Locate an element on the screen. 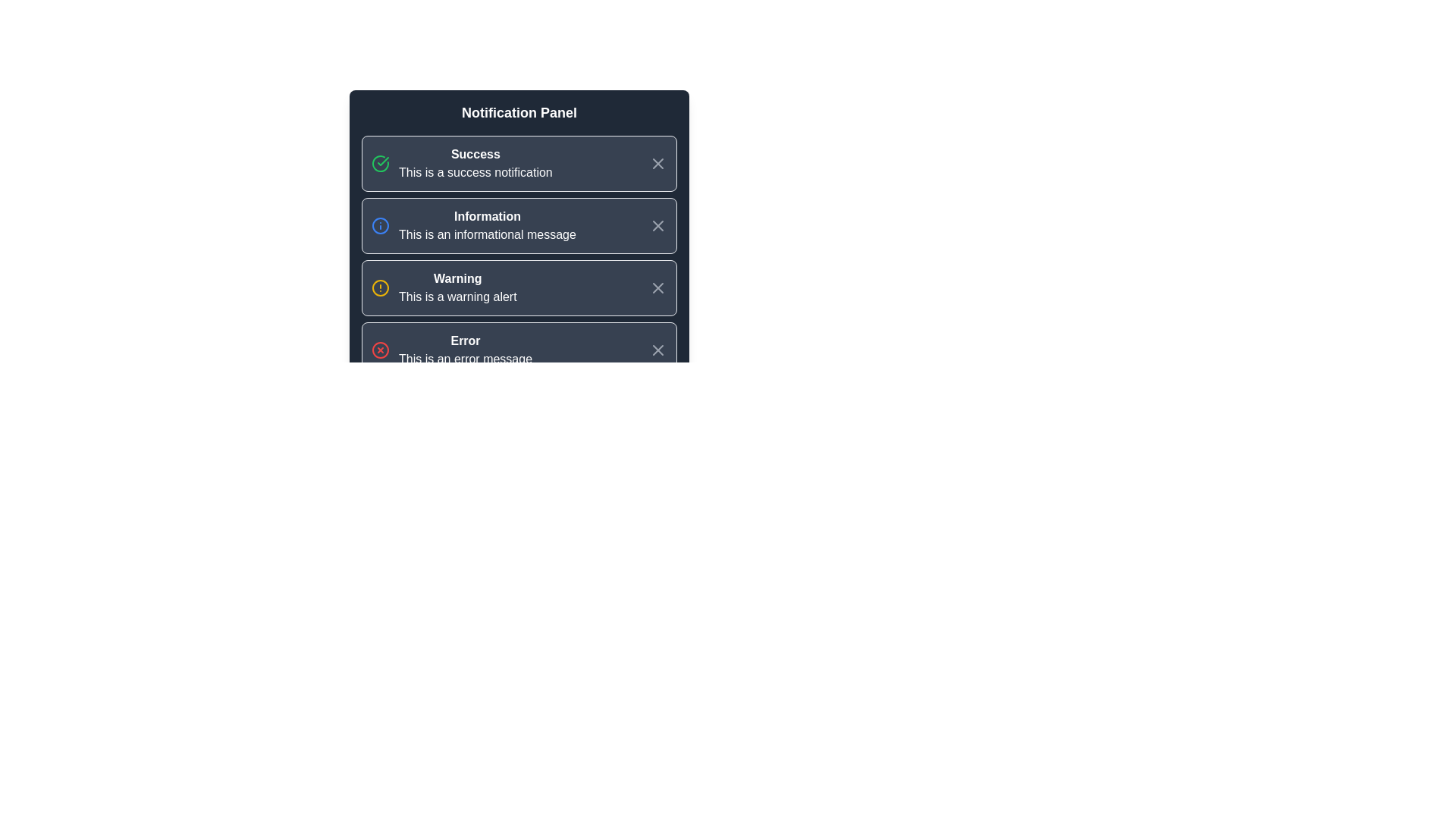 This screenshot has height=819, width=1456. the 'Notification Panel' text label, which is styled in bold typography and located at the top center of the notification panel is located at coordinates (519, 112).